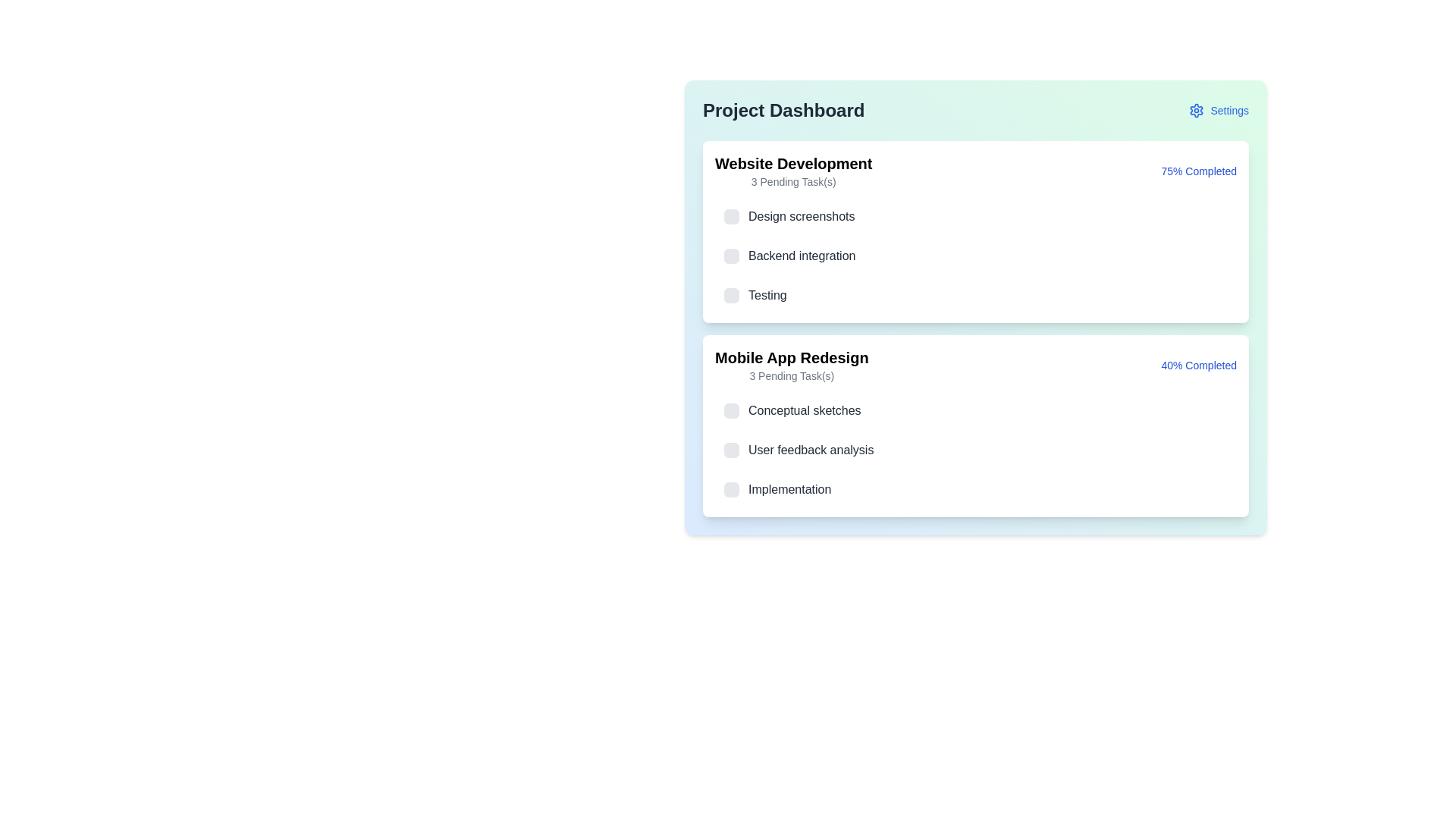  I want to click on the text label displaying 'Backend integration' in dark gray, located under the 'Website Development' section of tasks, between 'Design screenshots' and 'Testing', so click(801, 256).